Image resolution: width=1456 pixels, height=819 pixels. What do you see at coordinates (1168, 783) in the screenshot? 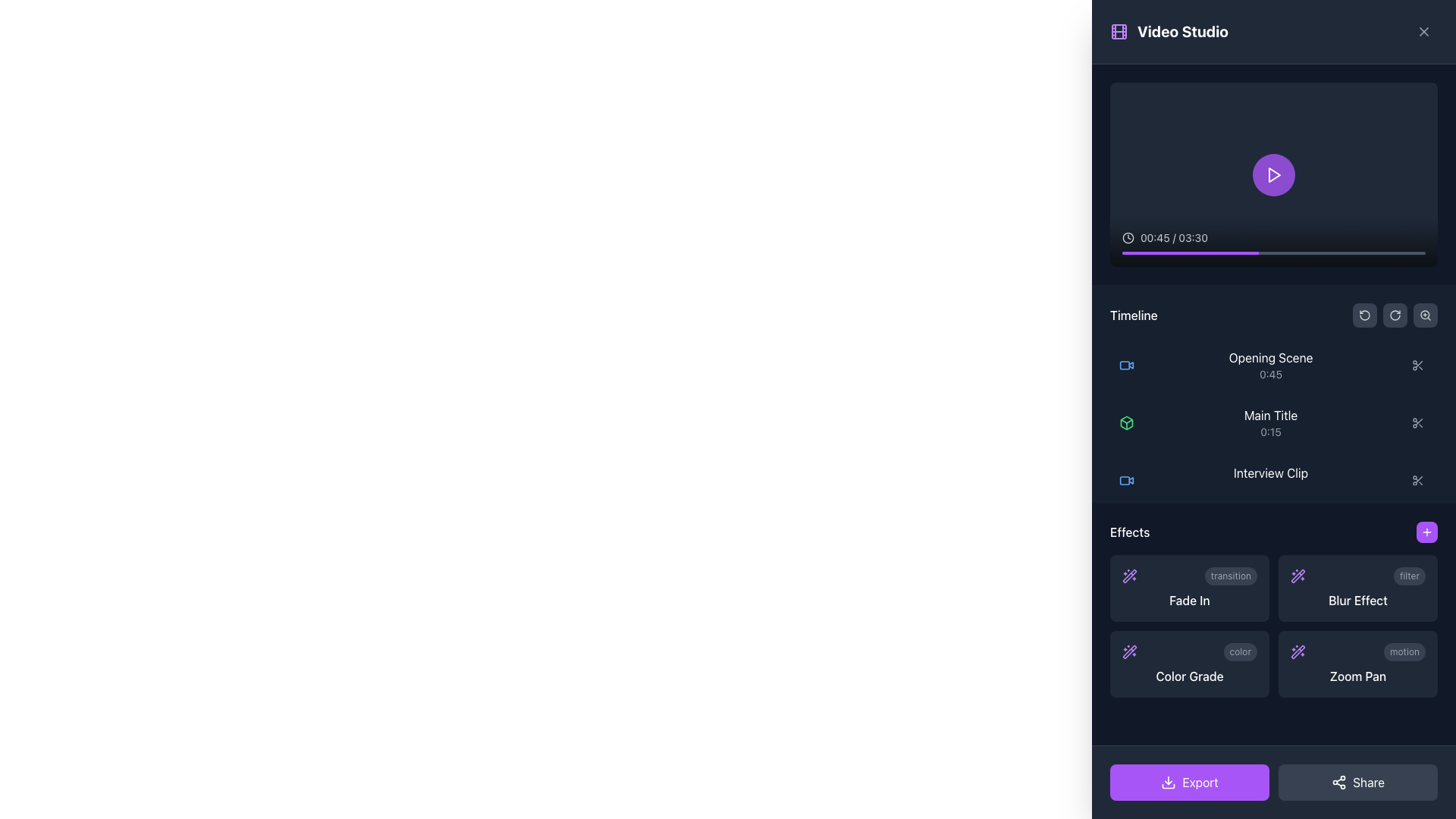
I see `the download icon associated with the 'Export' button for accessibility` at bounding box center [1168, 783].